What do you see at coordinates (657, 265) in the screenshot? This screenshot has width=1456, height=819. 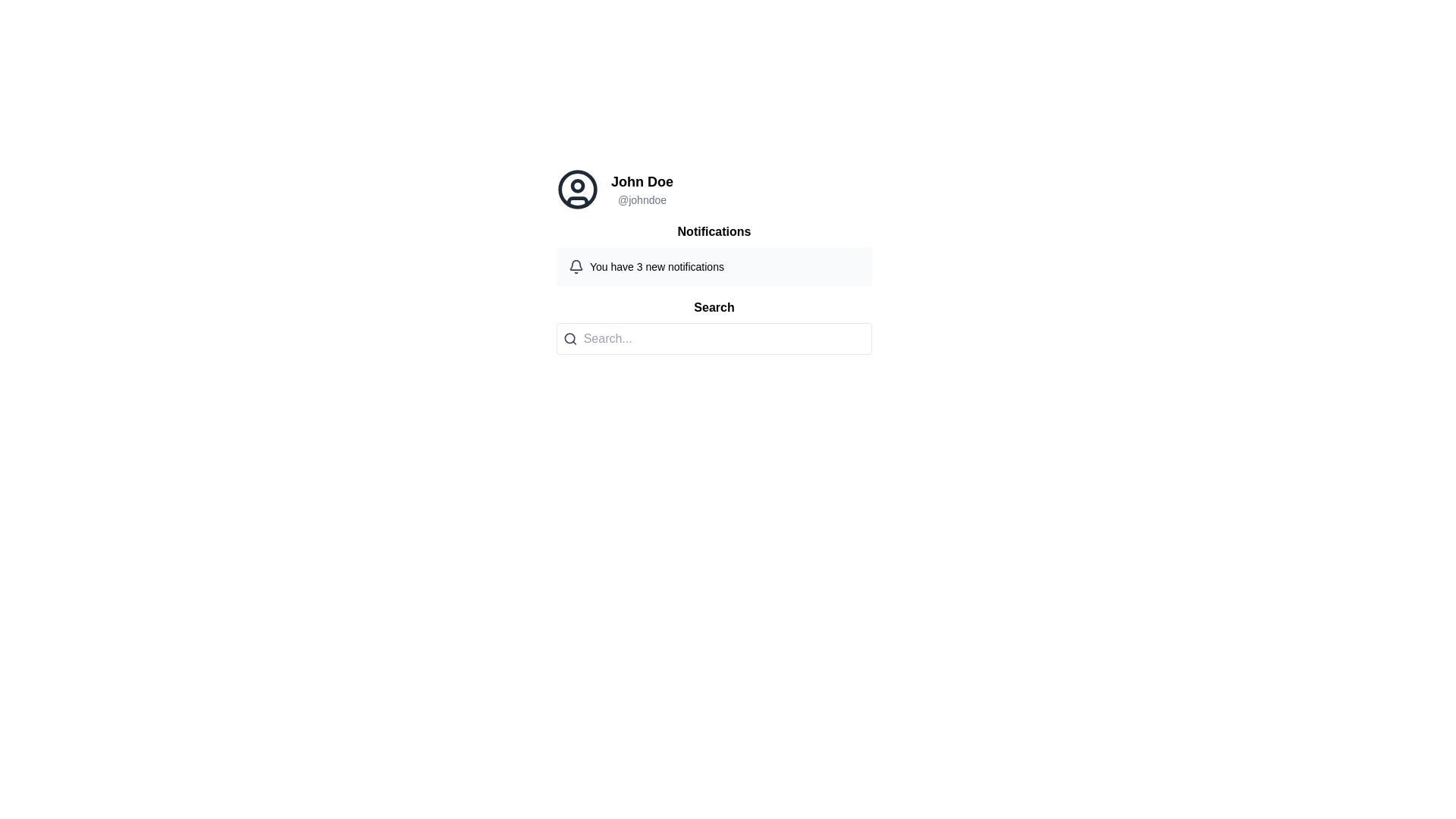 I see `the static text element that reads 'You have 3 new notifications', which is styled in a smaller font size and located within the notification panel` at bounding box center [657, 265].